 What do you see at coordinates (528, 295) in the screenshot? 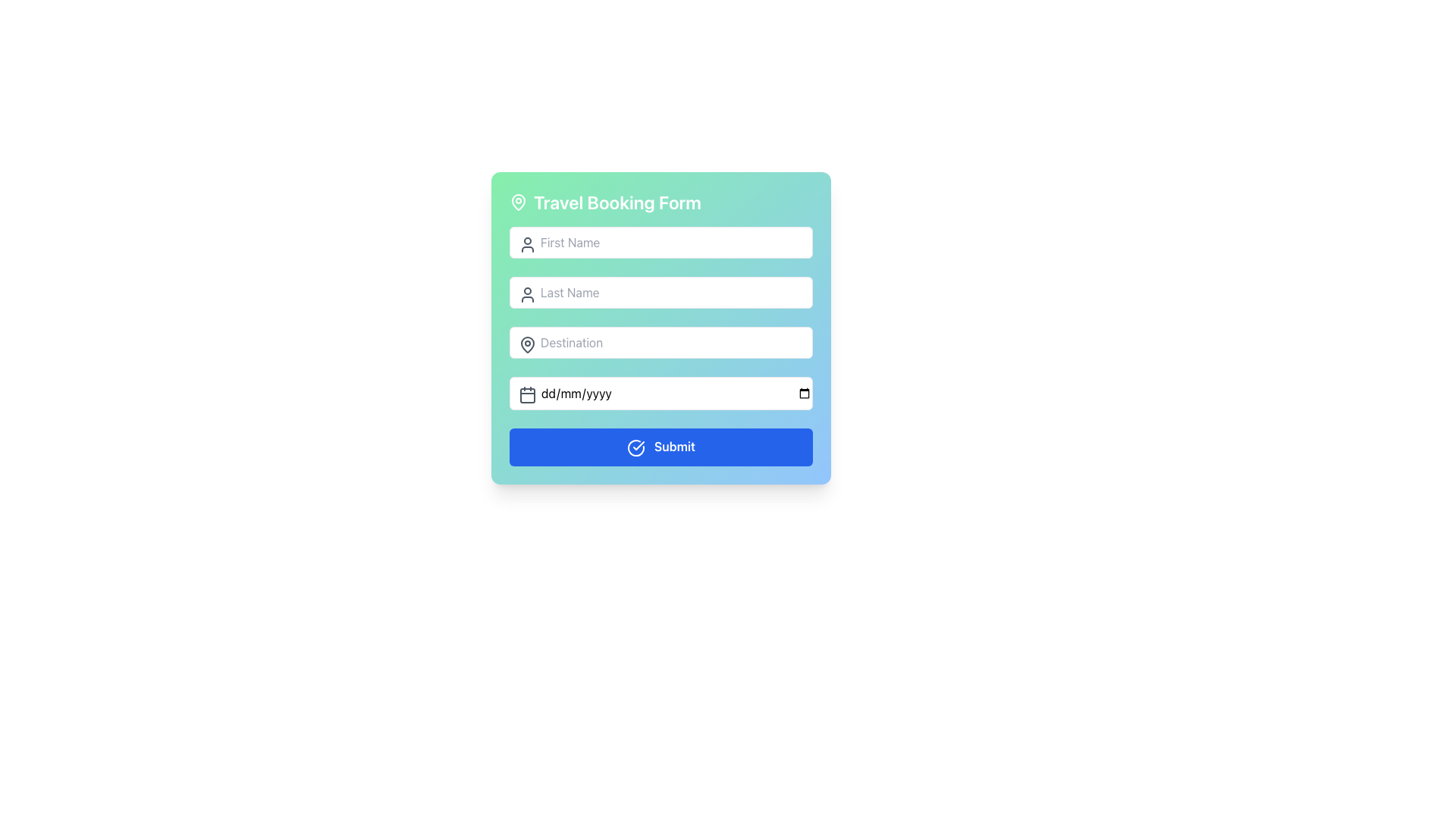
I see `icon that visually indicates the 'Last Name' input field in the 'Travel Booking Form'. This icon is located to the left of the 'Last Name' input field, which is the second input in the form sequence` at bounding box center [528, 295].